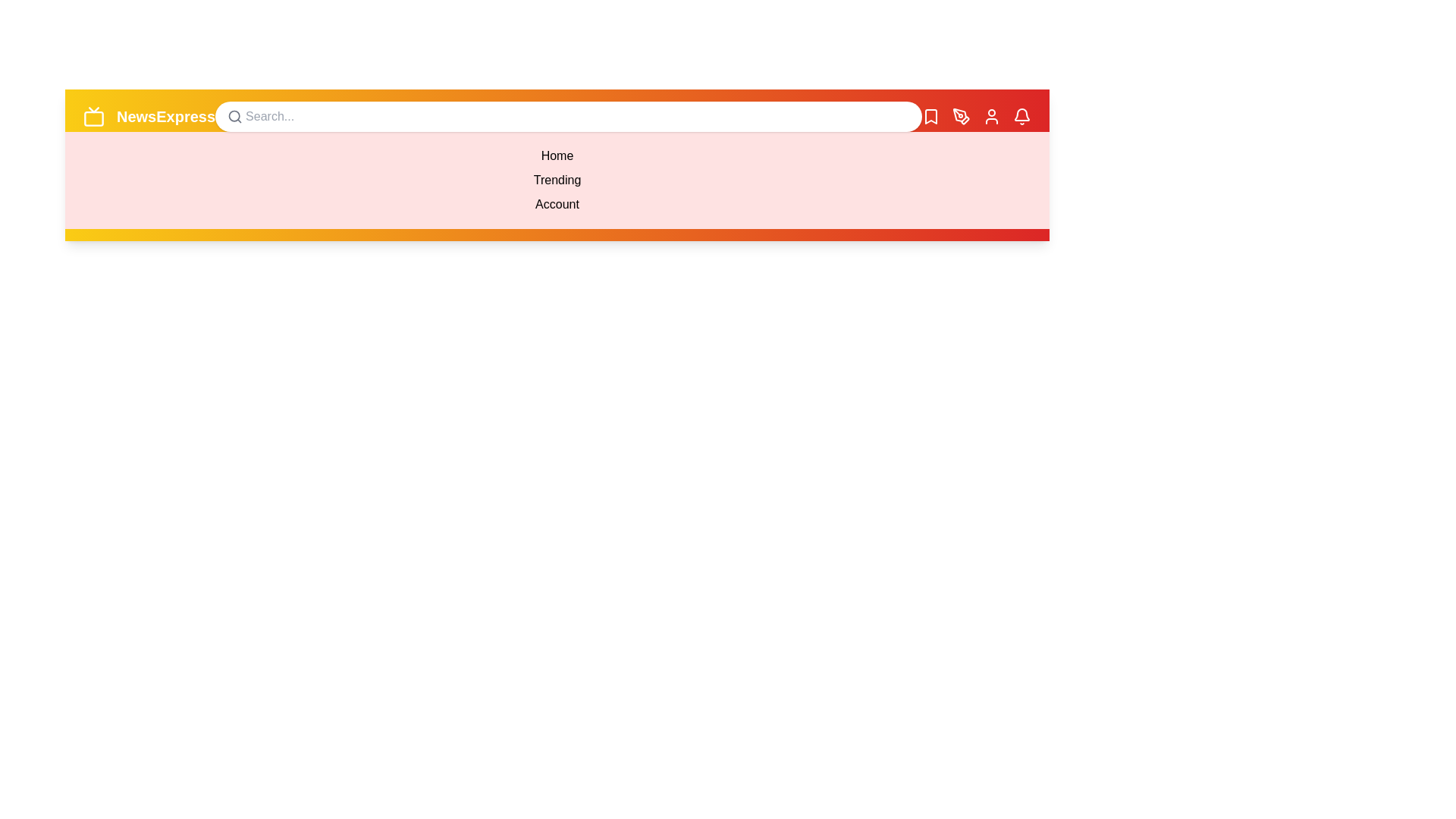 This screenshot has width=1456, height=819. I want to click on the search bar and type the query 'example query', so click(567, 116).